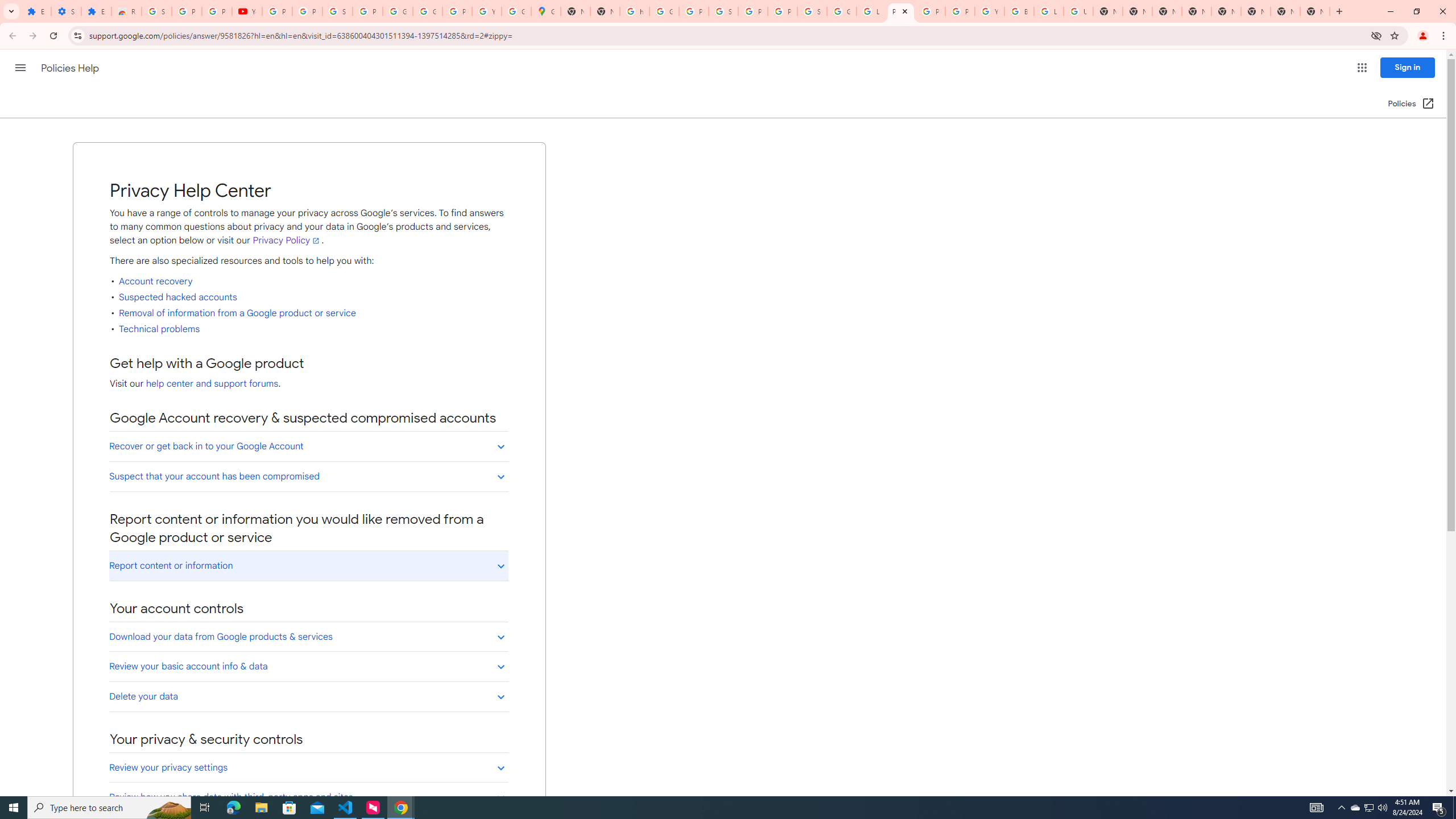  I want to click on 'Reviews: Helix Fruit Jump Arcade Game', so click(126, 11).